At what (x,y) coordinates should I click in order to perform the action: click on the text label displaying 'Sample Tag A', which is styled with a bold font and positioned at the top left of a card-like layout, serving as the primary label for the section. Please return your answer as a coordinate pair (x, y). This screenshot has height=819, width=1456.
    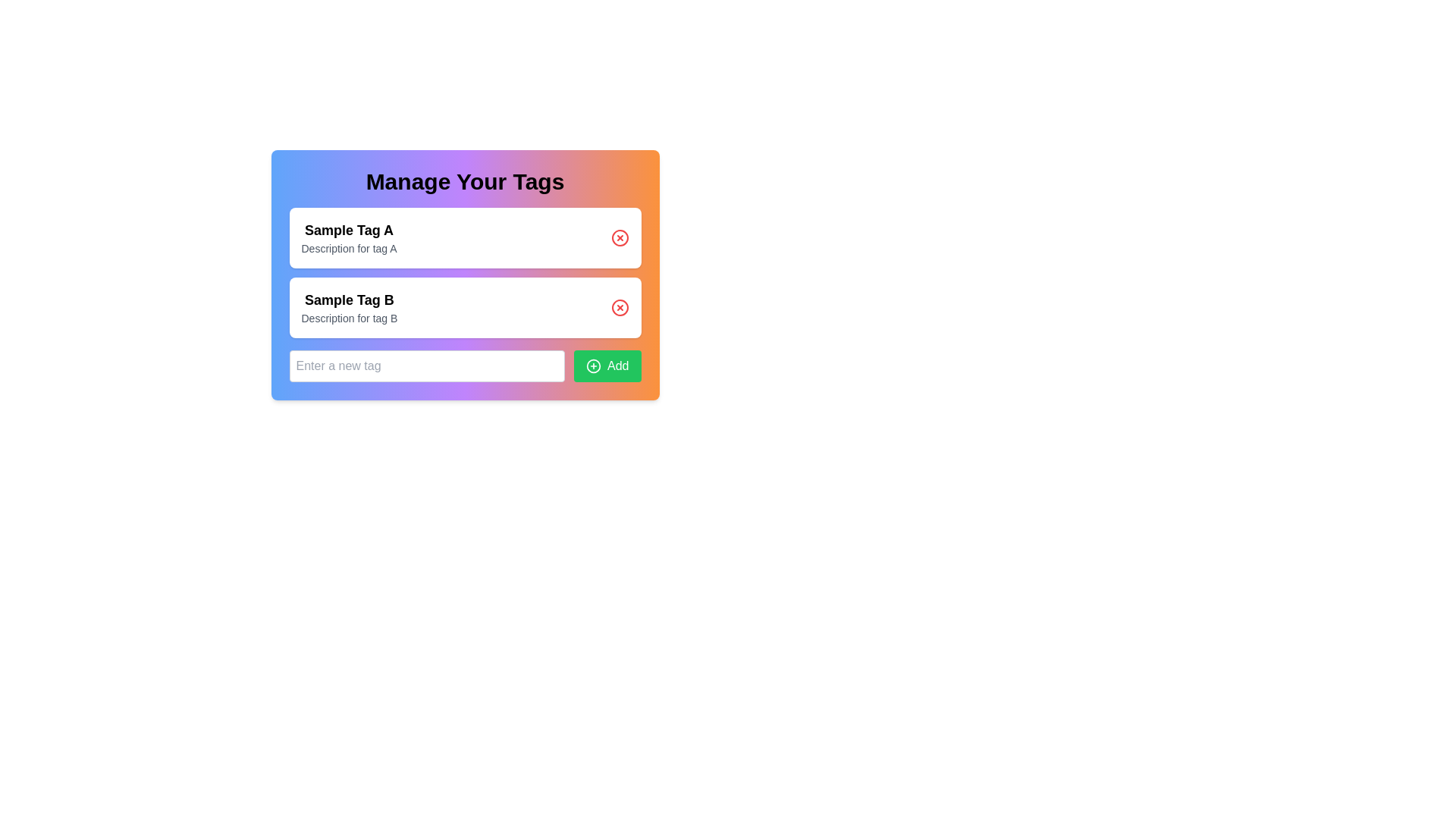
    Looking at the image, I should click on (348, 231).